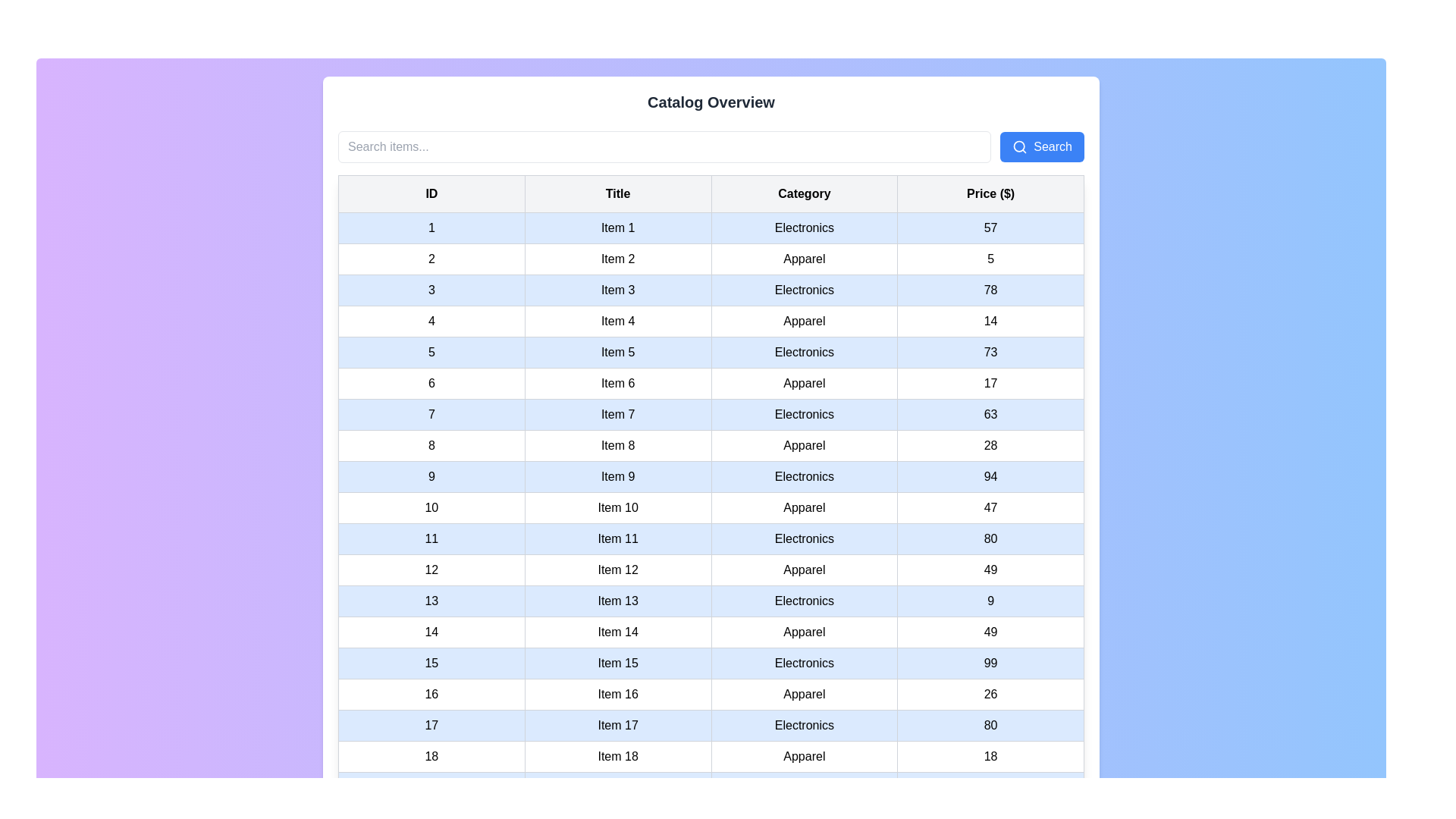 The image size is (1456, 819). What do you see at coordinates (431, 724) in the screenshot?
I see `the table cell that represents the ID of the 17th row entry in the table, which is the first cell of that row` at bounding box center [431, 724].